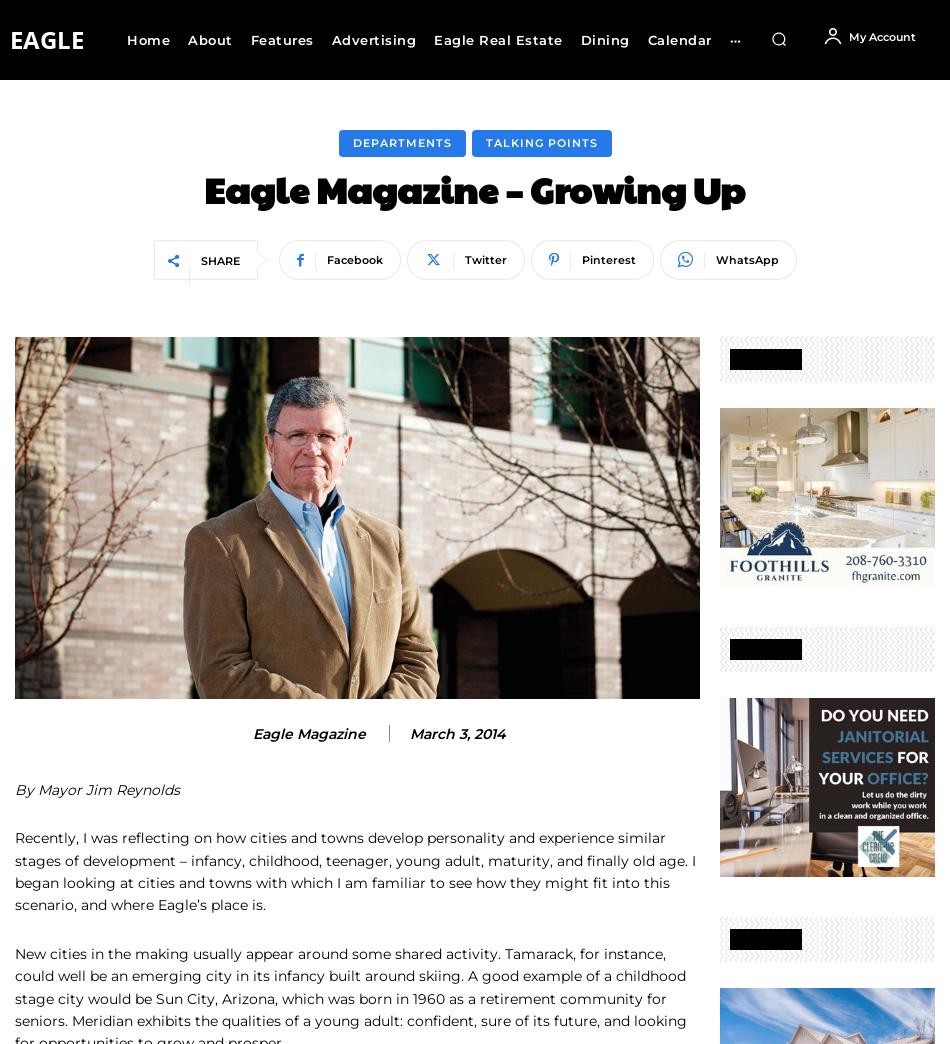 This screenshot has height=1044, width=950. What do you see at coordinates (47, 38) in the screenshot?
I see `'EAGLE'` at bounding box center [47, 38].